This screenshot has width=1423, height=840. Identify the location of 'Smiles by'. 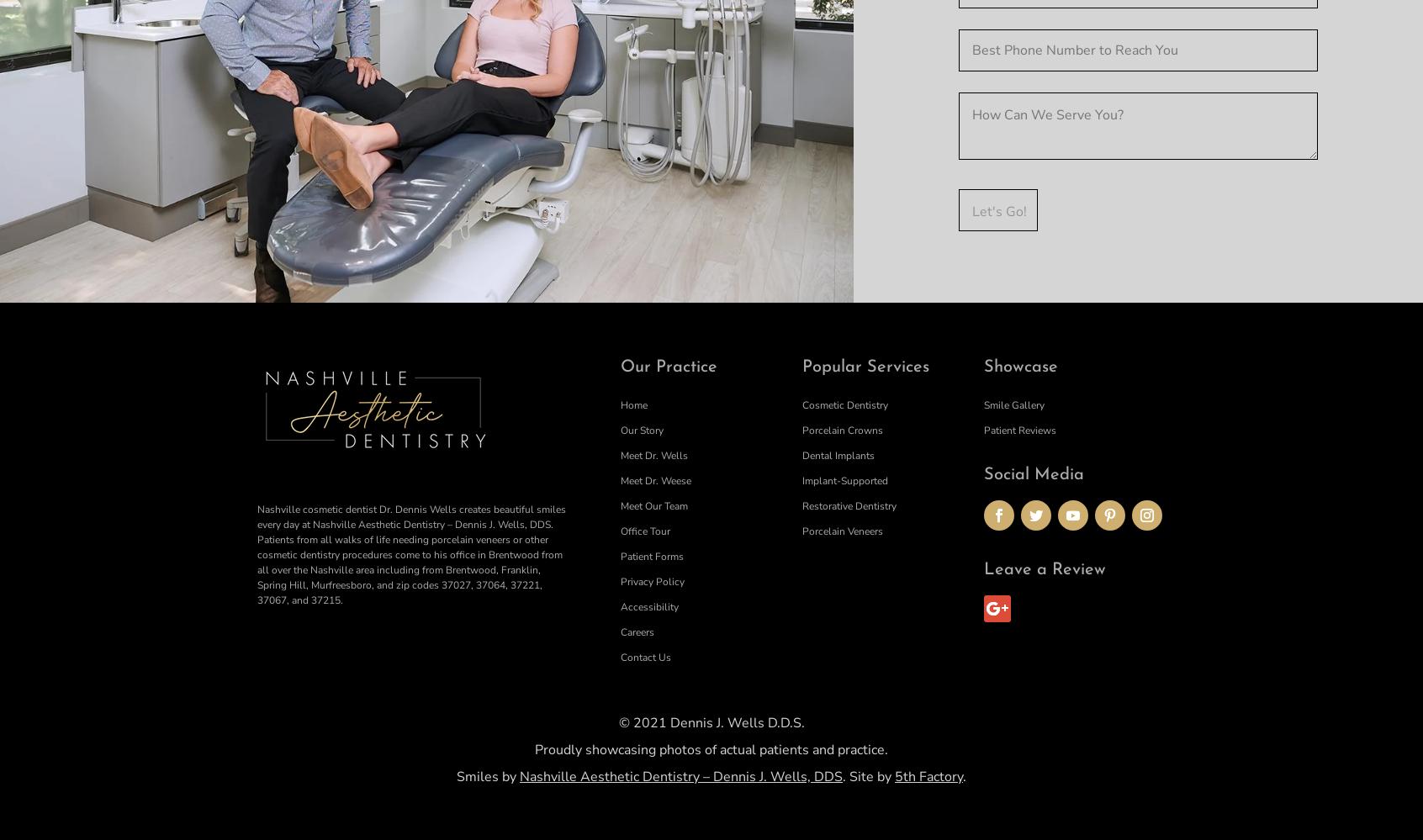
(487, 775).